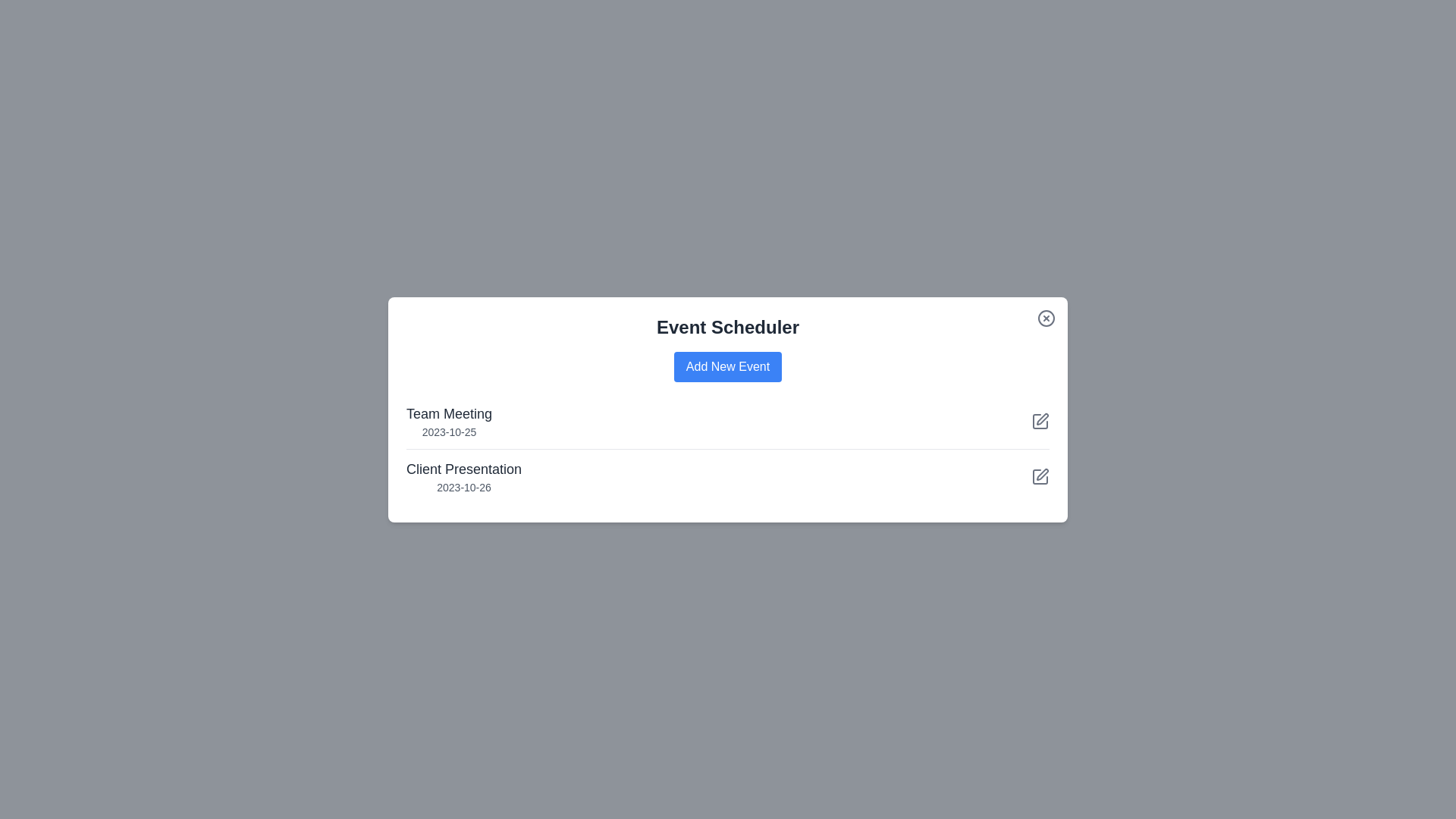 The width and height of the screenshot is (1456, 819). What do you see at coordinates (1040, 421) in the screenshot?
I see `the Icon button located in the upper-right corner of the 'Team Meeting 2023-10-25' section to initiate editing` at bounding box center [1040, 421].